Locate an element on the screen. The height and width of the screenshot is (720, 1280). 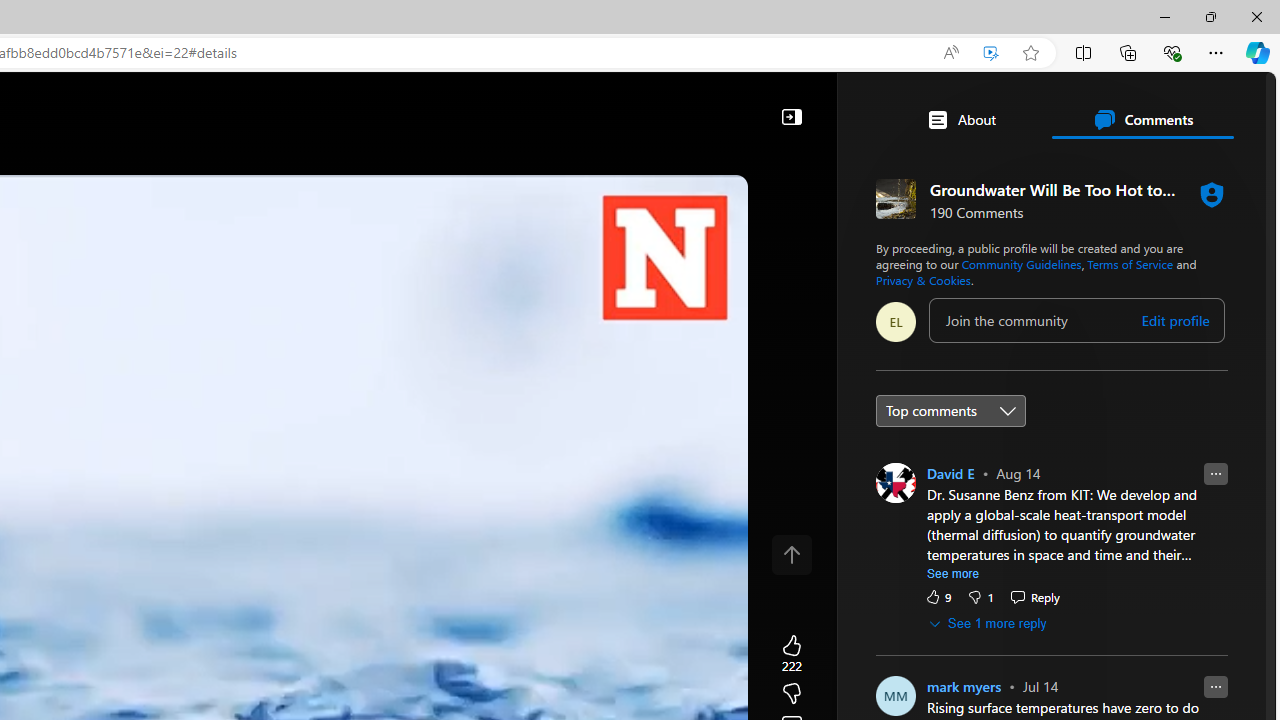
'comment-box' is located at coordinates (1076, 319).